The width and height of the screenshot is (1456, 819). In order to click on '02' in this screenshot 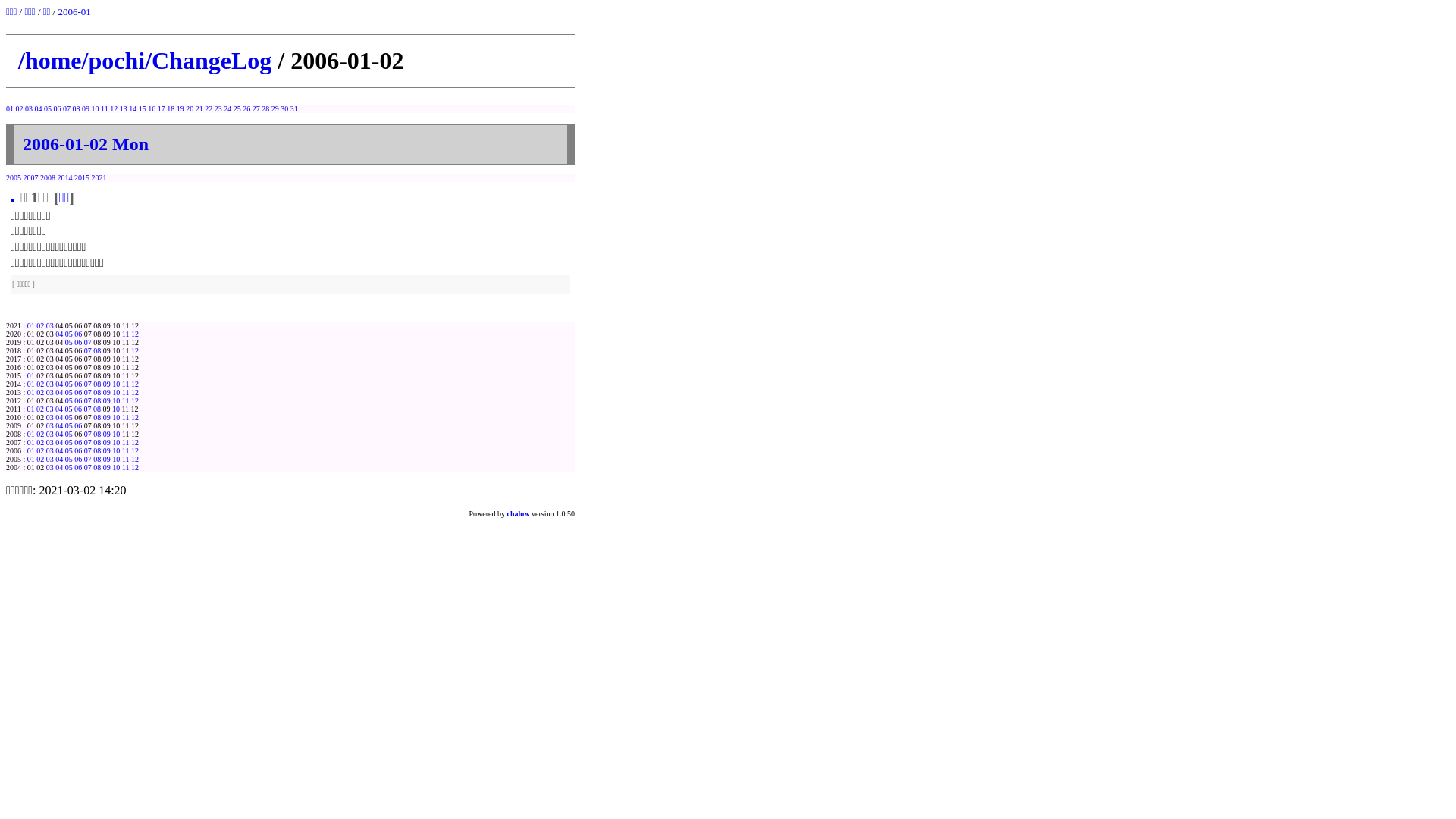, I will do `click(39, 442)`.